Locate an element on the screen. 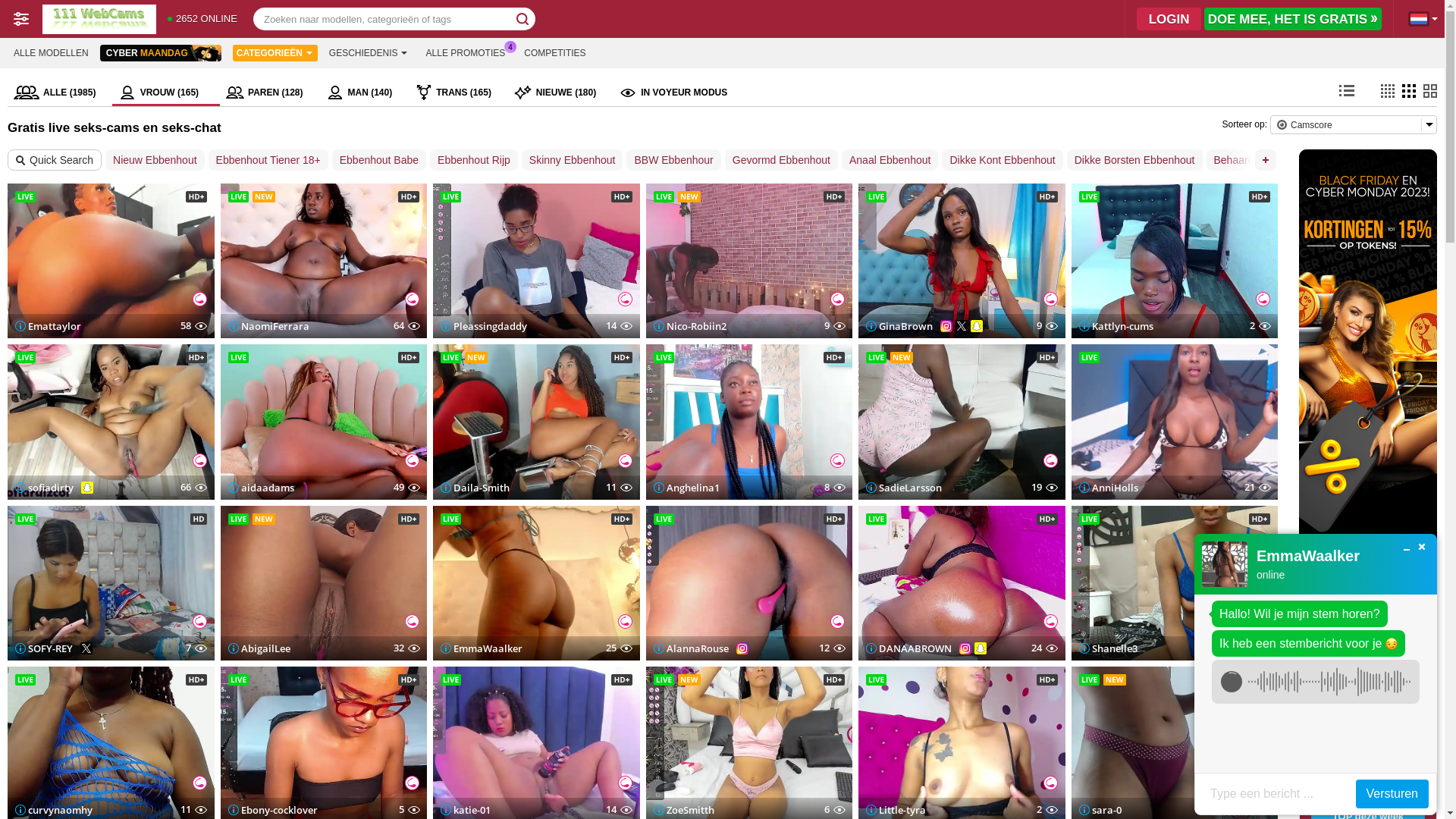 The height and width of the screenshot is (819, 1456). 'BBW Ebbenhour' is located at coordinates (673, 160).